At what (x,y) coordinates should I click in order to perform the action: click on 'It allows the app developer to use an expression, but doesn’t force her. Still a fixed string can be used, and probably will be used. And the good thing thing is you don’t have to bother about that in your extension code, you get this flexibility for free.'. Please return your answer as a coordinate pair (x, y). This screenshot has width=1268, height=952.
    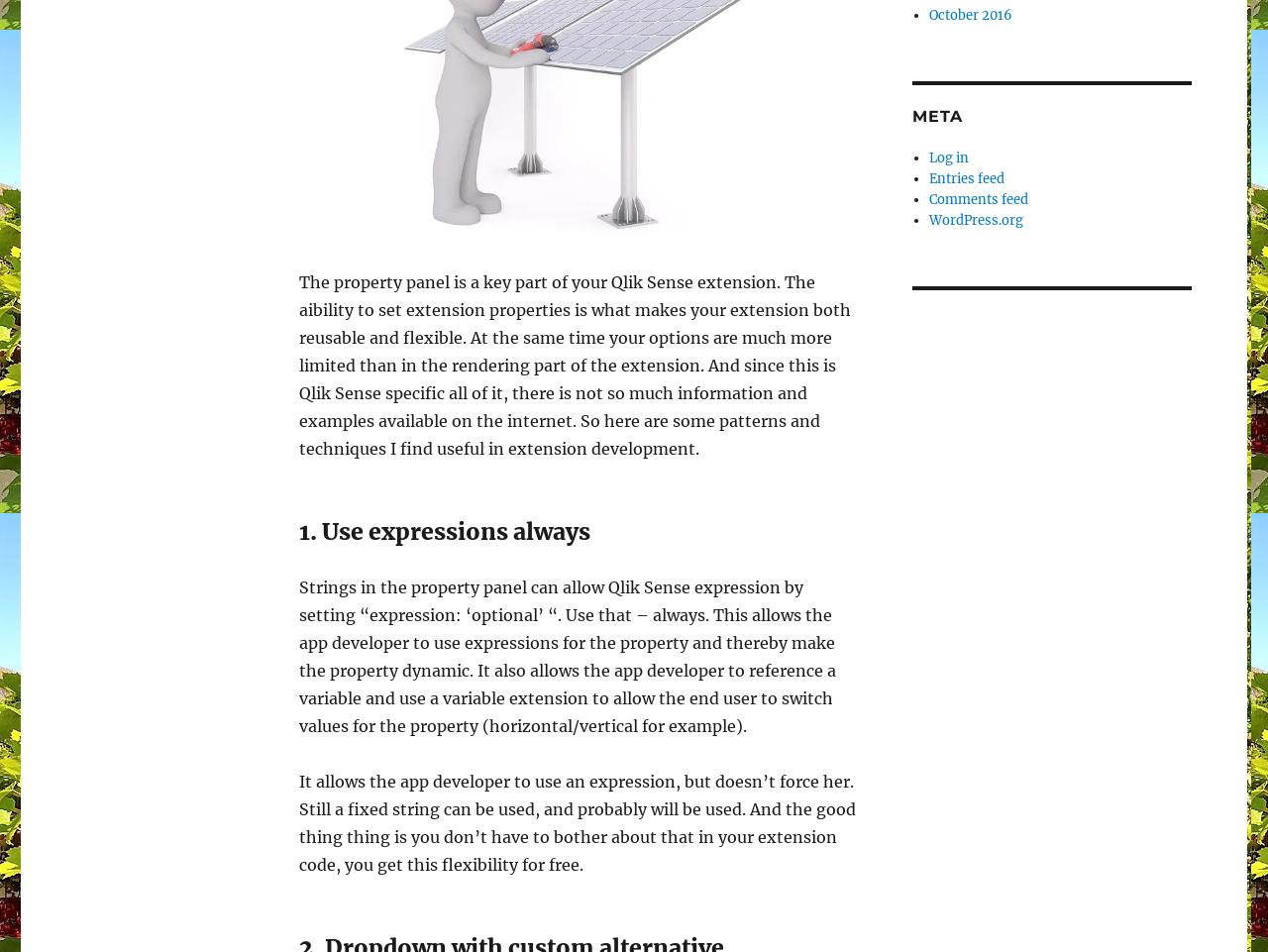
    Looking at the image, I should click on (577, 822).